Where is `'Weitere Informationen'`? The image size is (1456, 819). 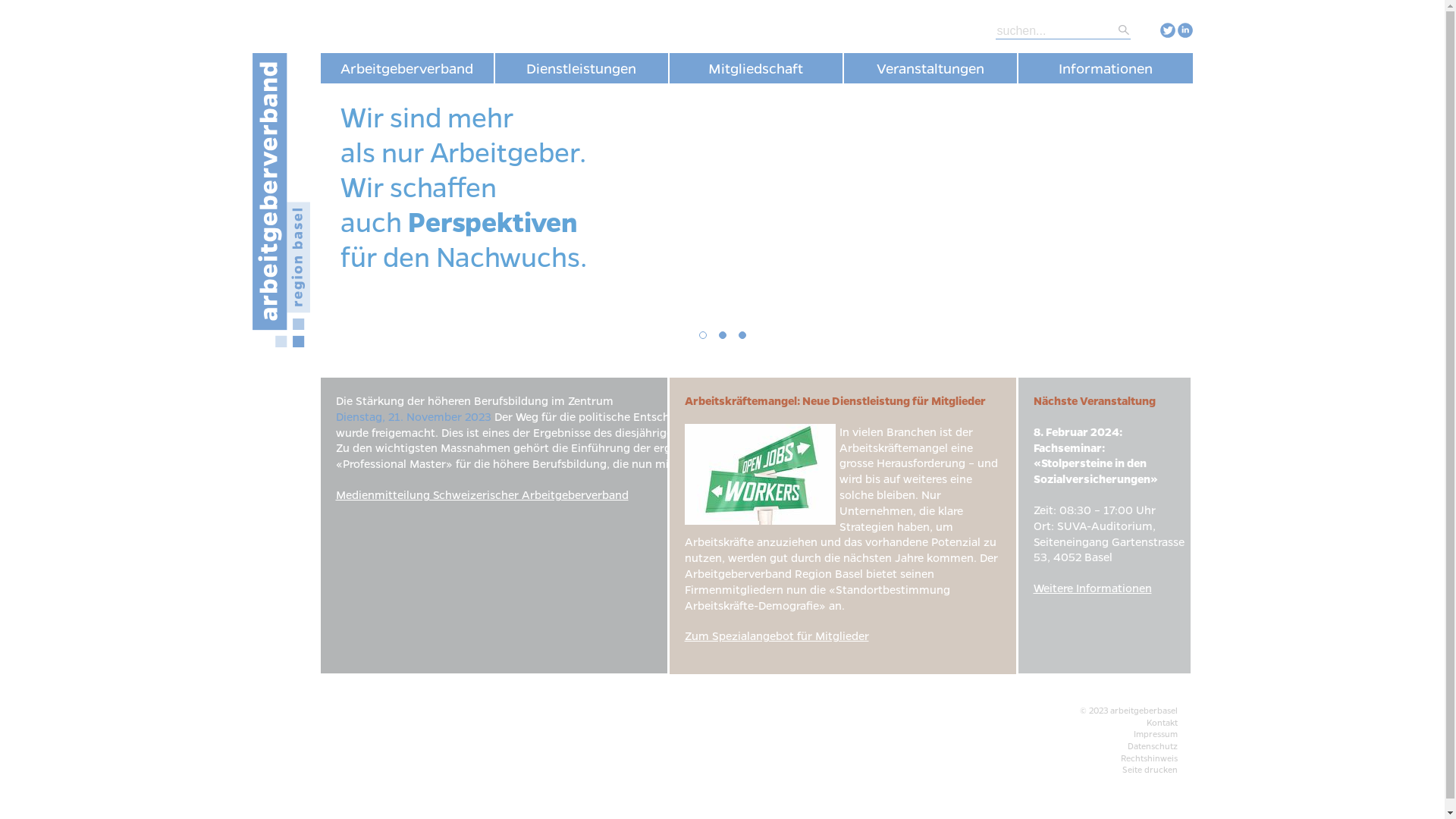
'Weitere Informationen' is located at coordinates (1092, 587).